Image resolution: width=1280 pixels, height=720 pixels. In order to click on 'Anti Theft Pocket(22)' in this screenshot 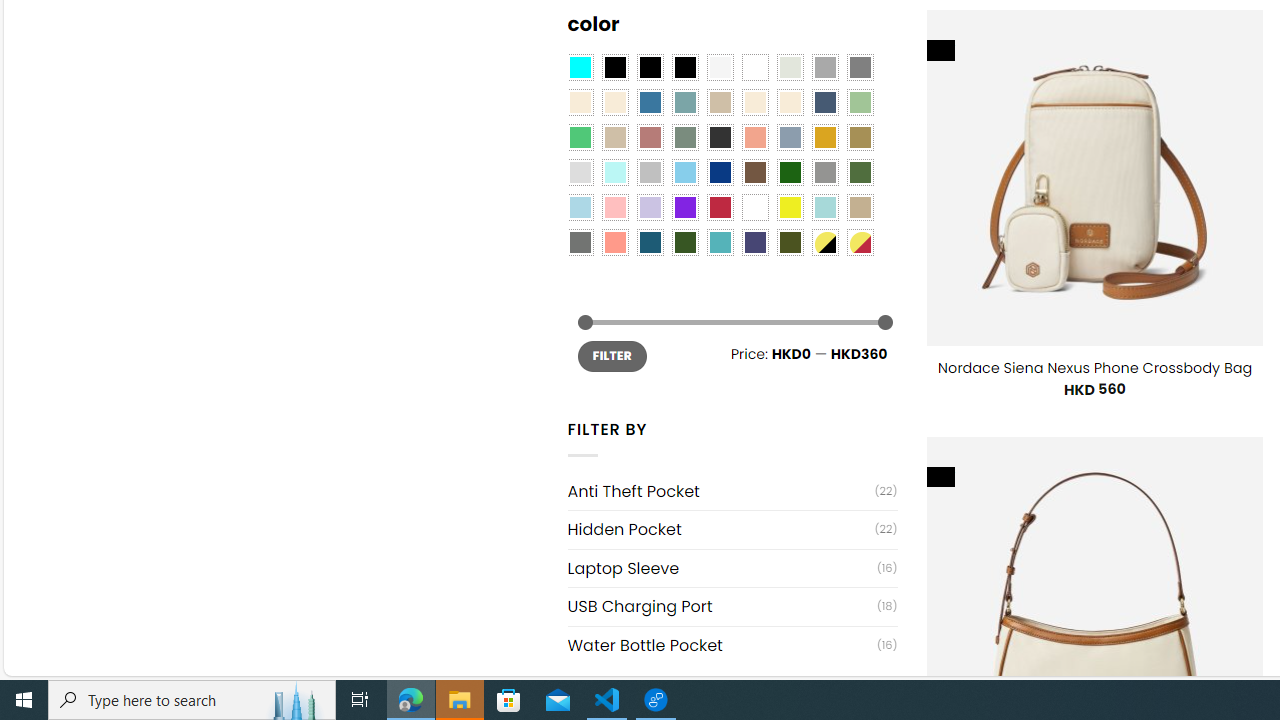, I will do `click(731, 491)`.